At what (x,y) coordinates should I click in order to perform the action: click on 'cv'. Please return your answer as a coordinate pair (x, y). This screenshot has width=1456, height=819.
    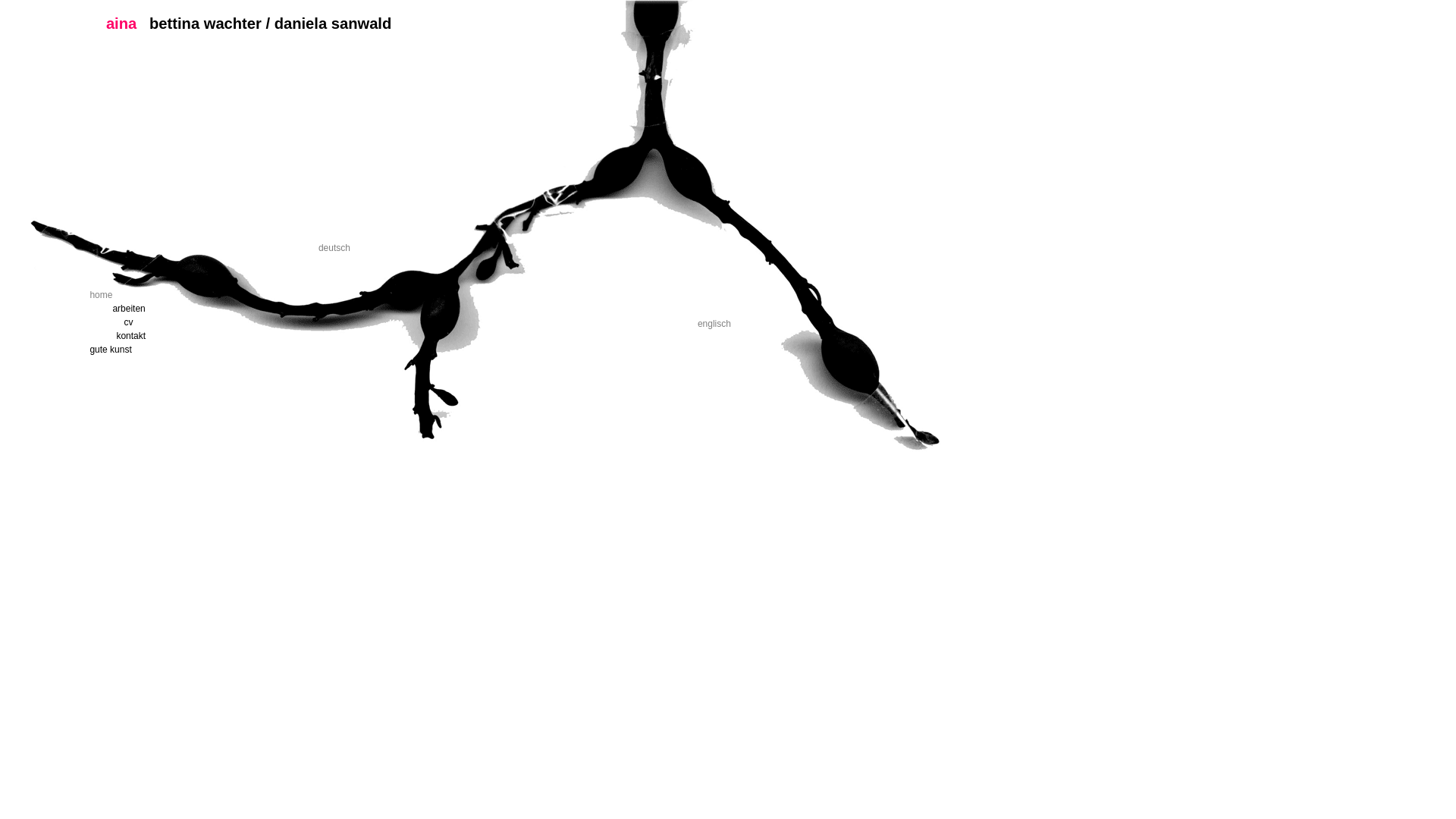
    Looking at the image, I should click on (192, 321).